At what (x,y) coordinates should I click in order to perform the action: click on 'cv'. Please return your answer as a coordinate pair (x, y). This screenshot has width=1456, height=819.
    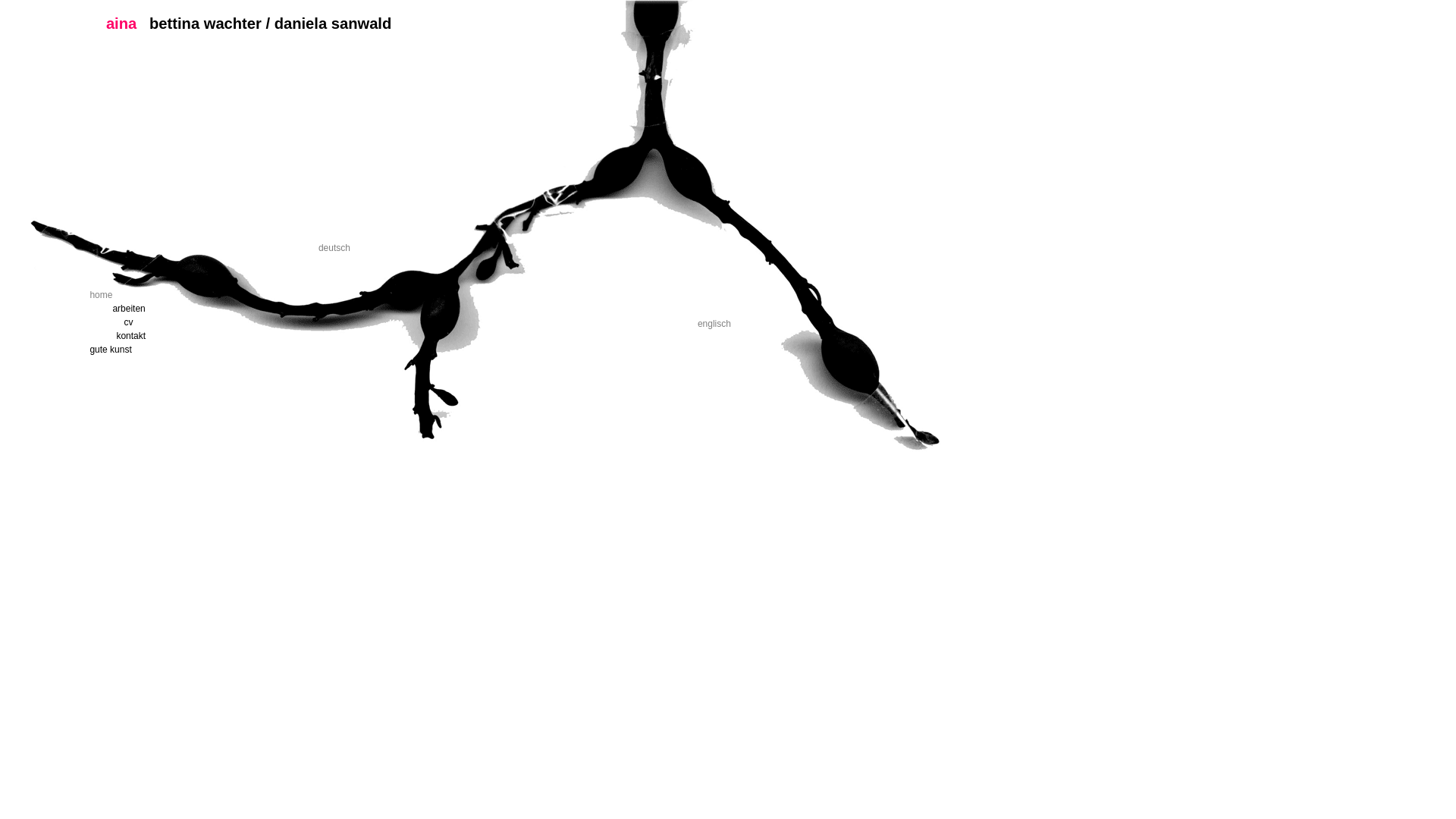
    Looking at the image, I should click on (192, 321).